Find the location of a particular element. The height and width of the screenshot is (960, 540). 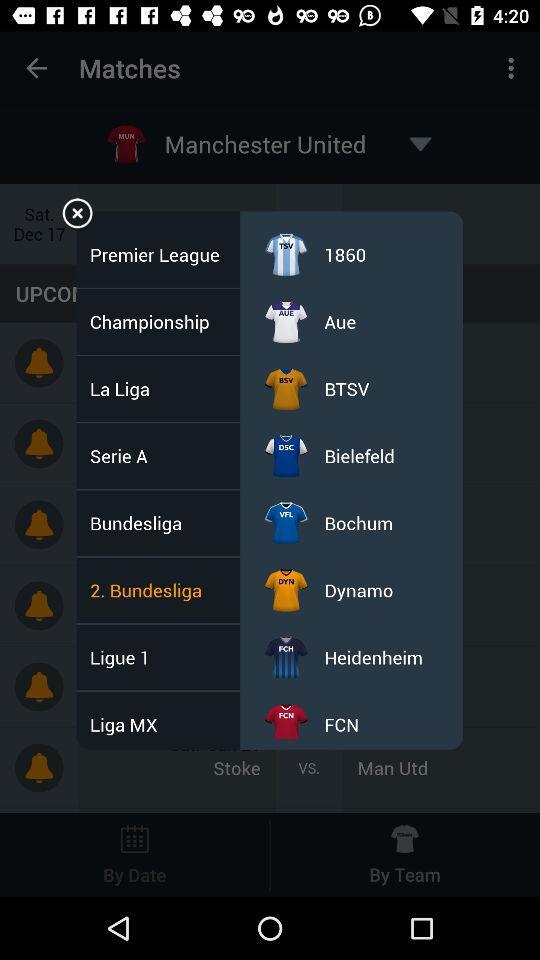

serie a is located at coordinates (125, 456).